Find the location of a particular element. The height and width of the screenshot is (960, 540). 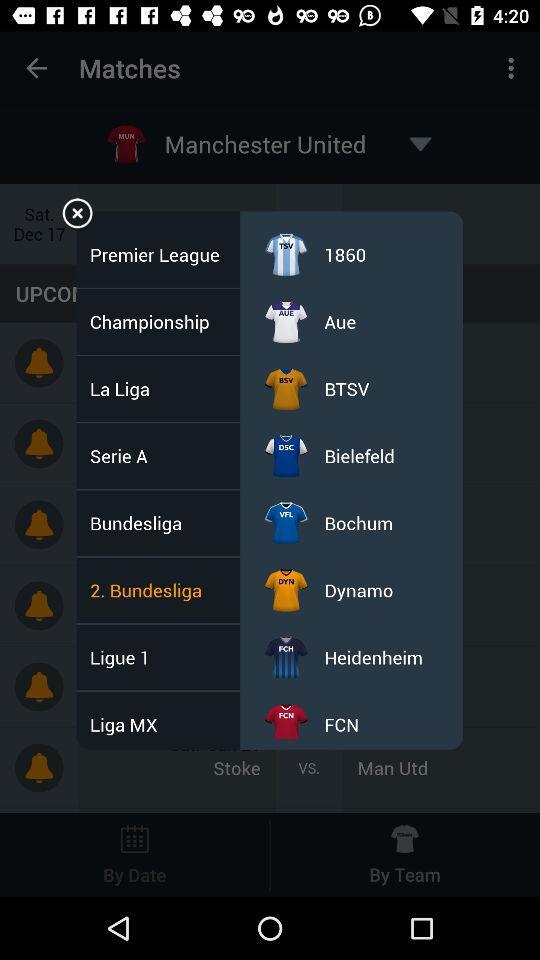

serie a is located at coordinates (125, 456).